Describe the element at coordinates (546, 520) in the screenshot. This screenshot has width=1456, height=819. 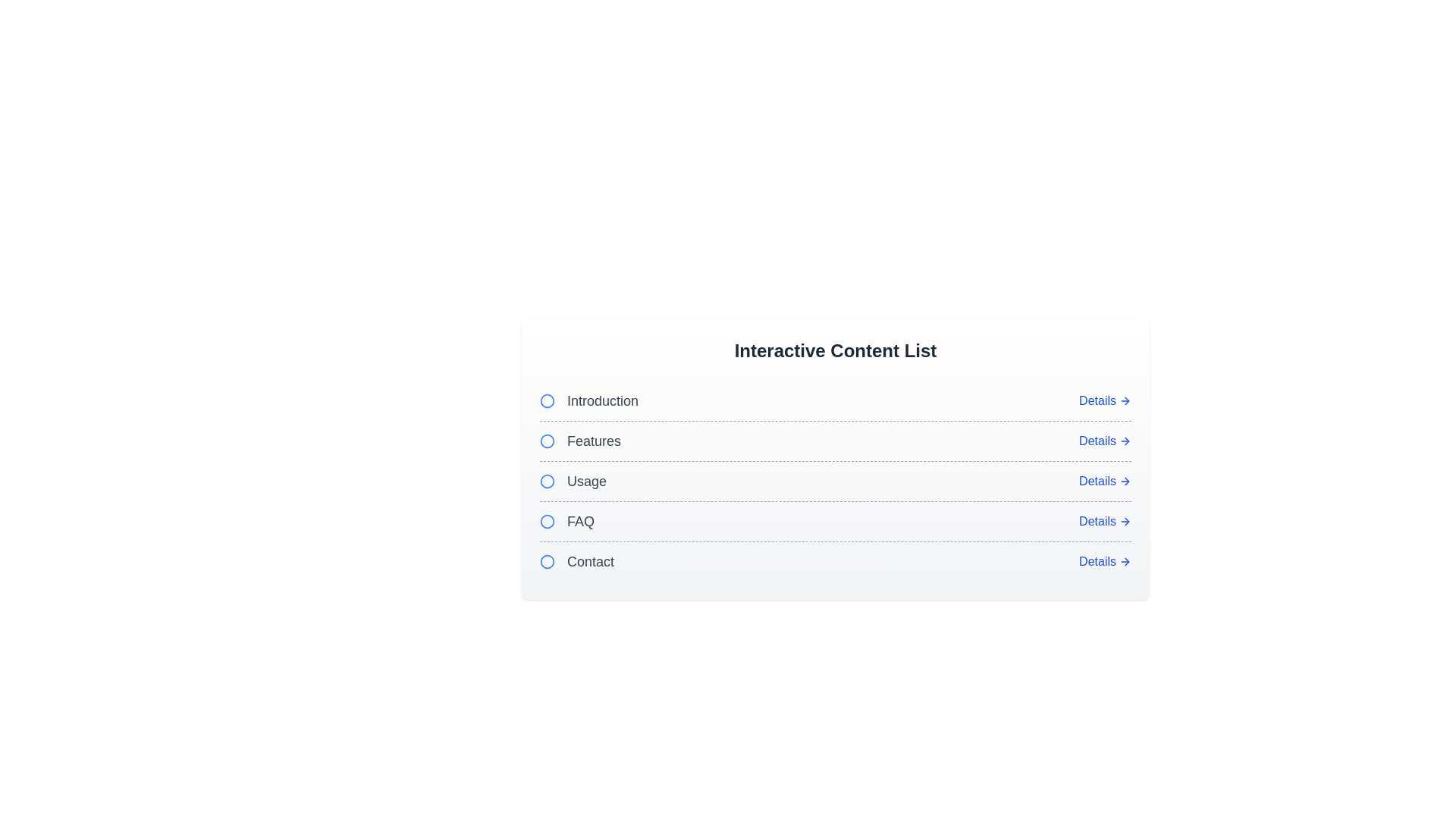
I see `the icon located to the left of the 'FAQ' text, which serves as an indicator for the FAQ section` at that location.